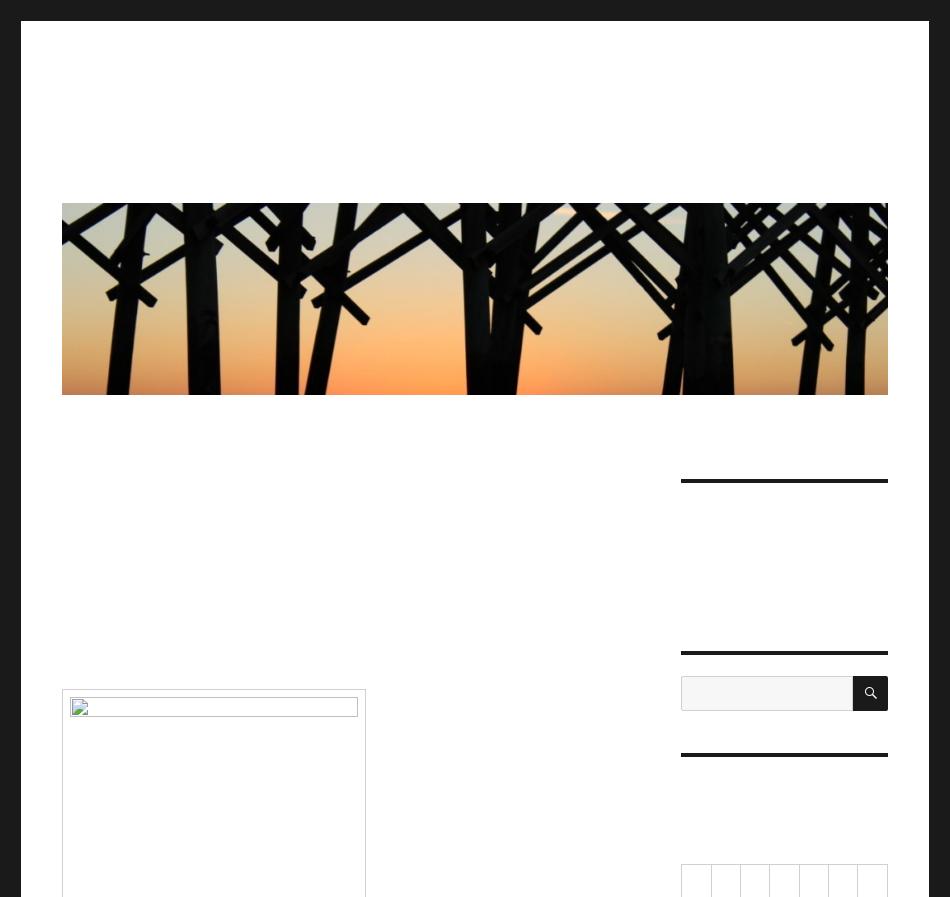 Image resolution: width=950 pixels, height=897 pixels. What do you see at coordinates (783, 881) in the screenshot?
I see `'W'` at bounding box center [783, 881].